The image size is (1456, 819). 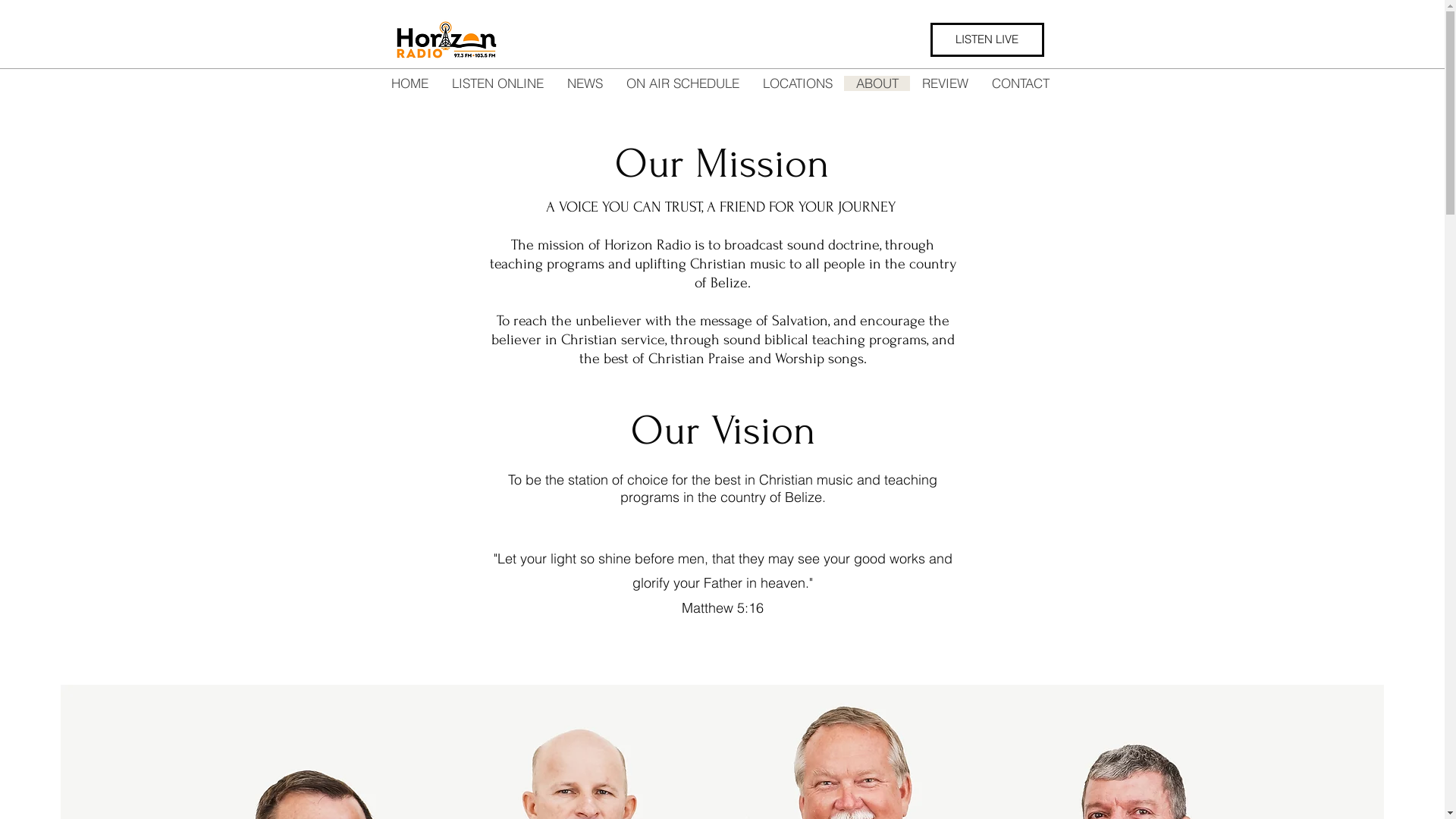 What do you see at coordinates (584, 83) in the screenshot?
I see `'NEWS'` at bounding box center [584, 83].